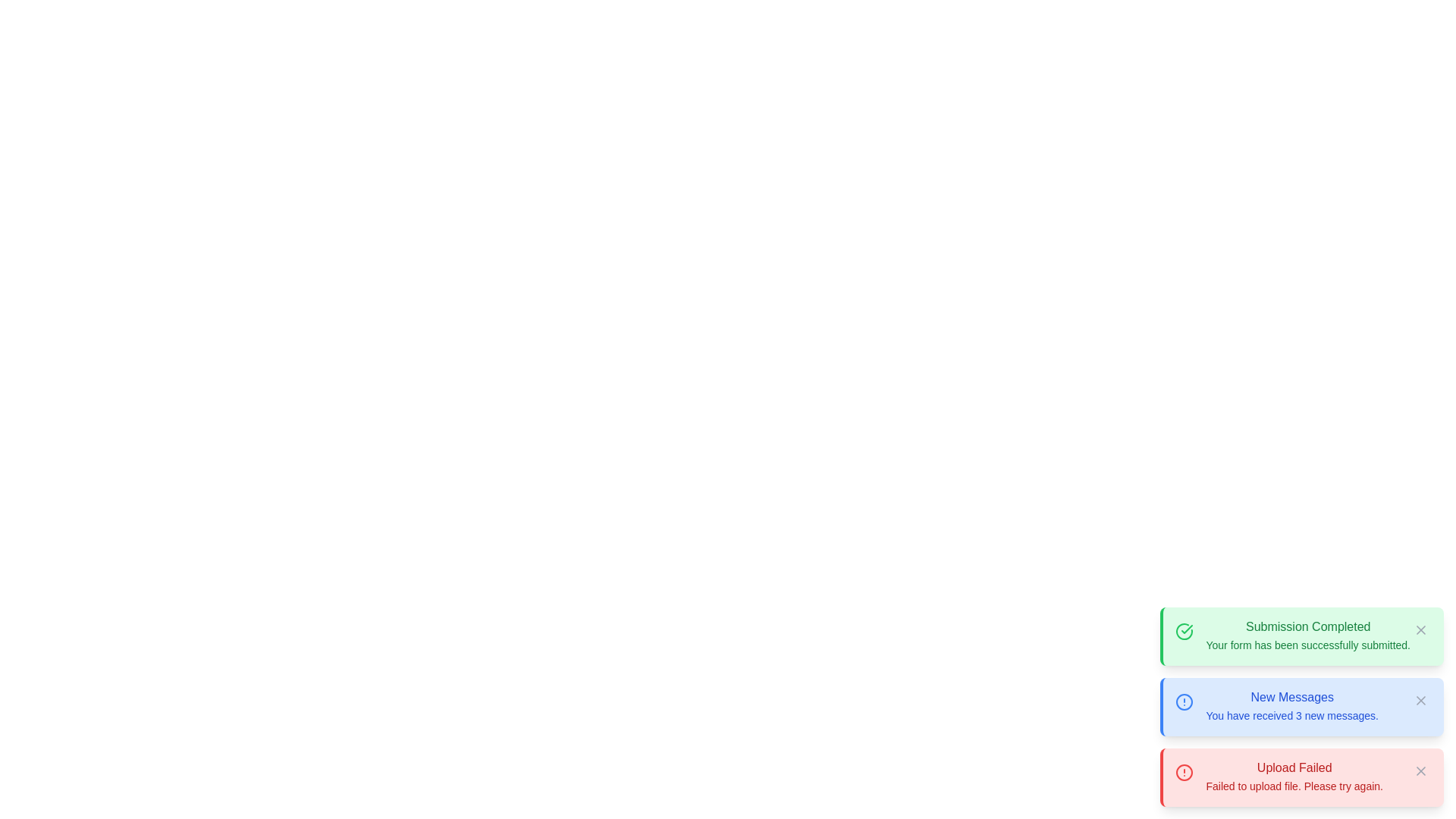 This screenshot has height=819, width=1456. Describe the element at coordinates (1186, 629) in the screenshot. I see `the checkmark icon within the green 'Submission Completed' notification card to indicate successful completion` at that location.